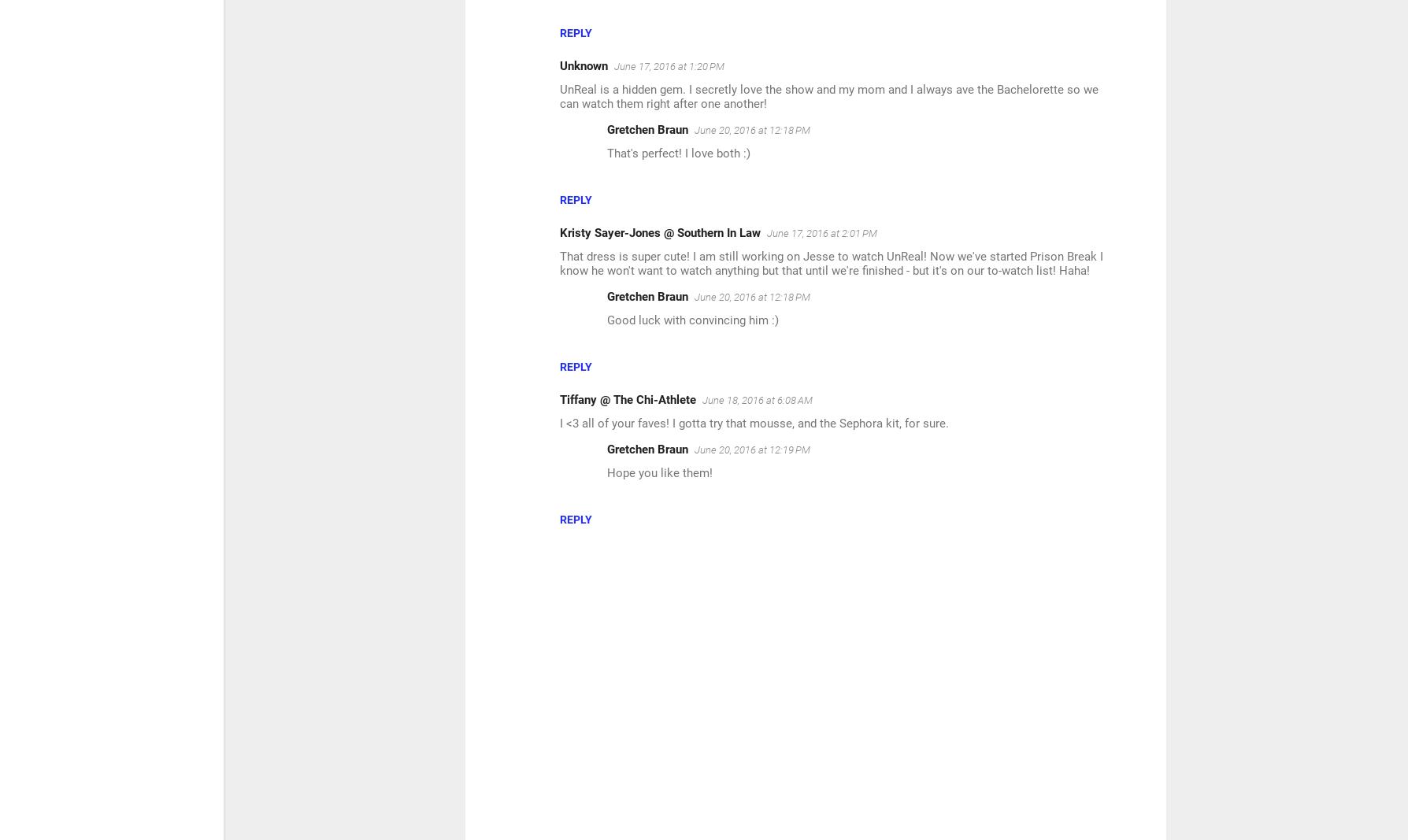 This screenshot has width=1408, height=840. I want to click on 'June 18, 2016 at 6:08 AM', so click(757, 399).